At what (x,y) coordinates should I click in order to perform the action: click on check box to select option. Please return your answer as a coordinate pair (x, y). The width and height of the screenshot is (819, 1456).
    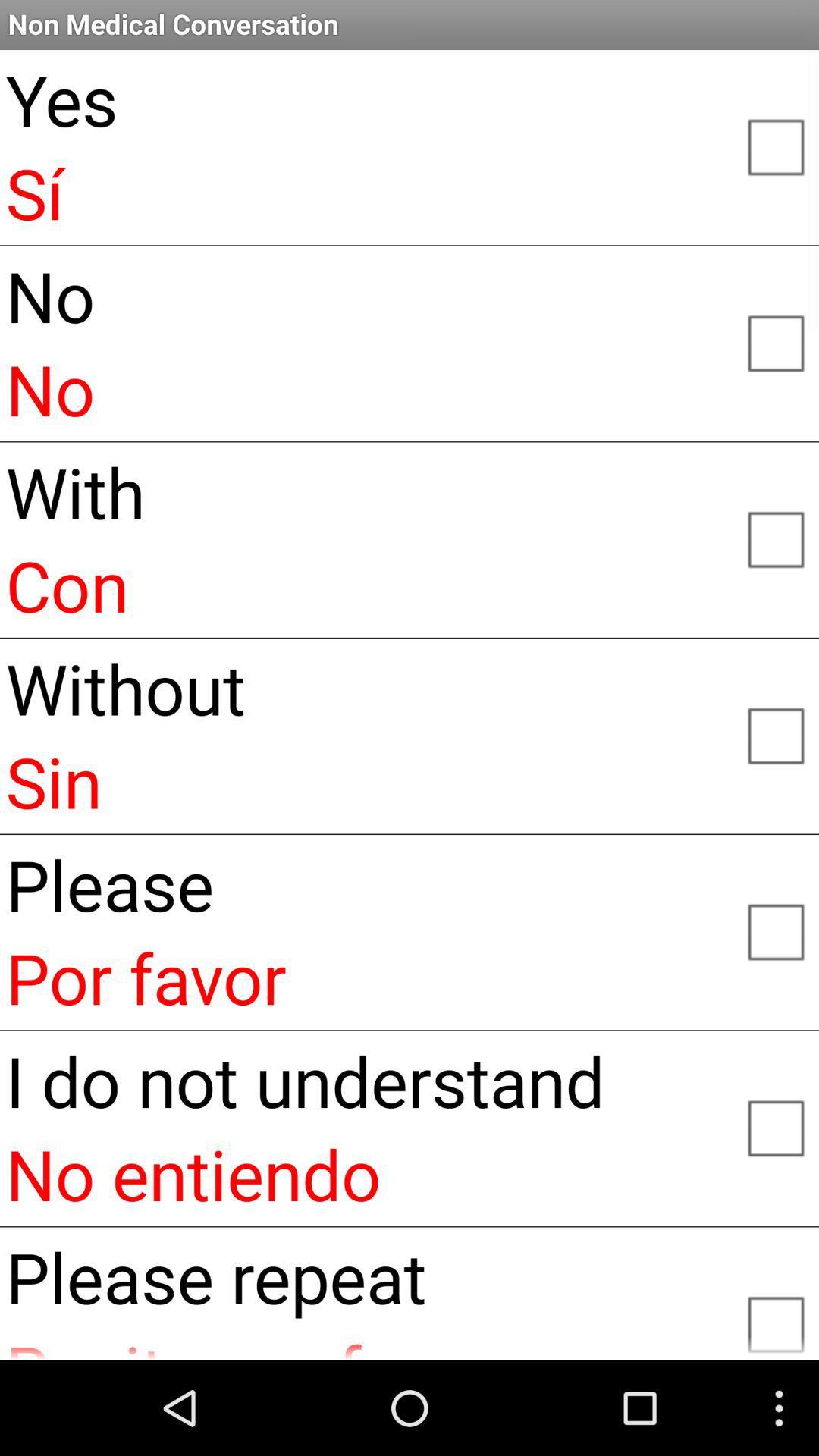
    Looking at the image, I should click on (775, 146).